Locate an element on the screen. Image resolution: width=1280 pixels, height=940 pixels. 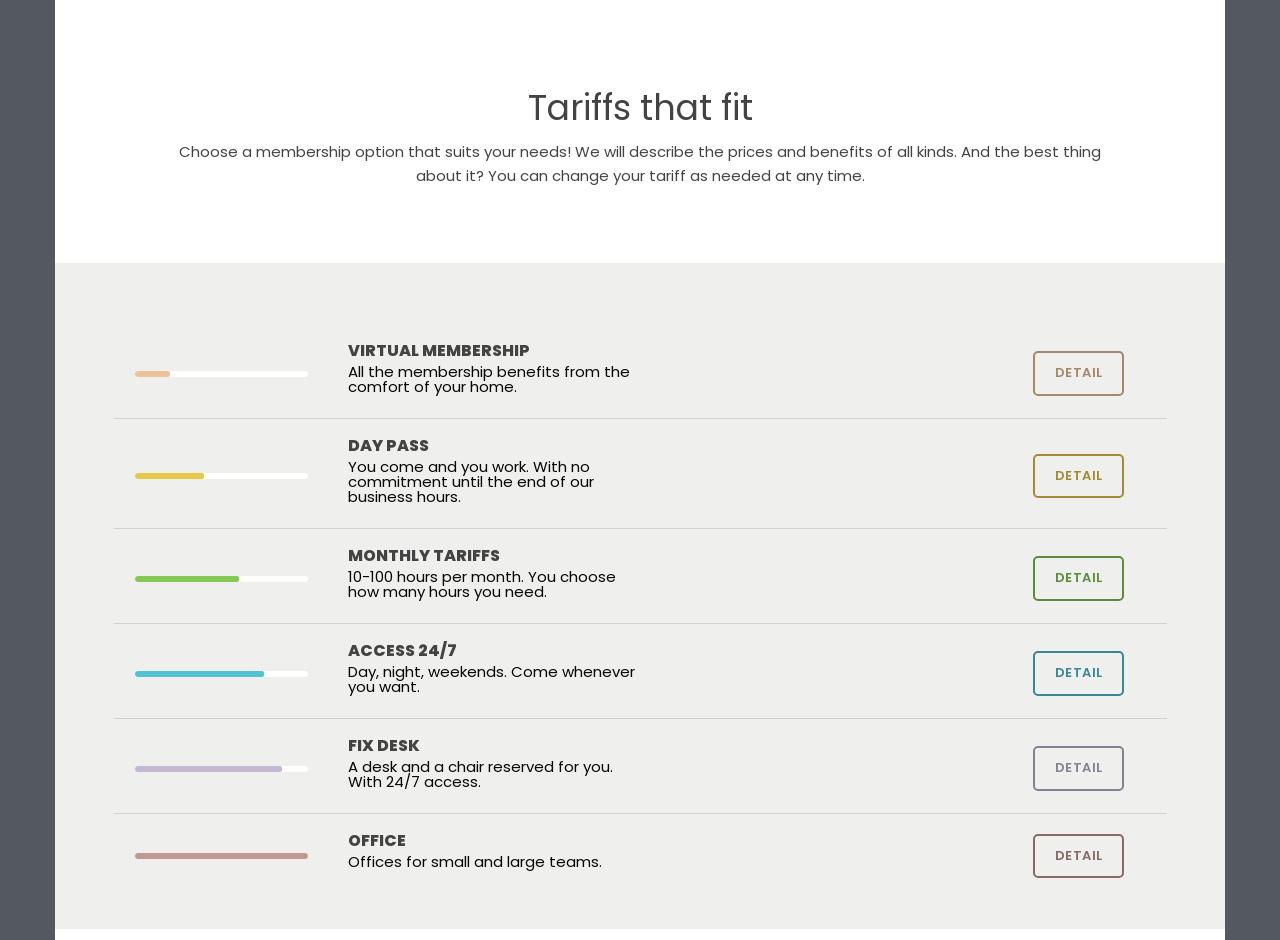
'Choose a membership option that suits your needs! We will describe the prices and benefits of all kinds. And the best thing about it? You can change your tariff as needed at any time.' is located at coordinates (178, 163).